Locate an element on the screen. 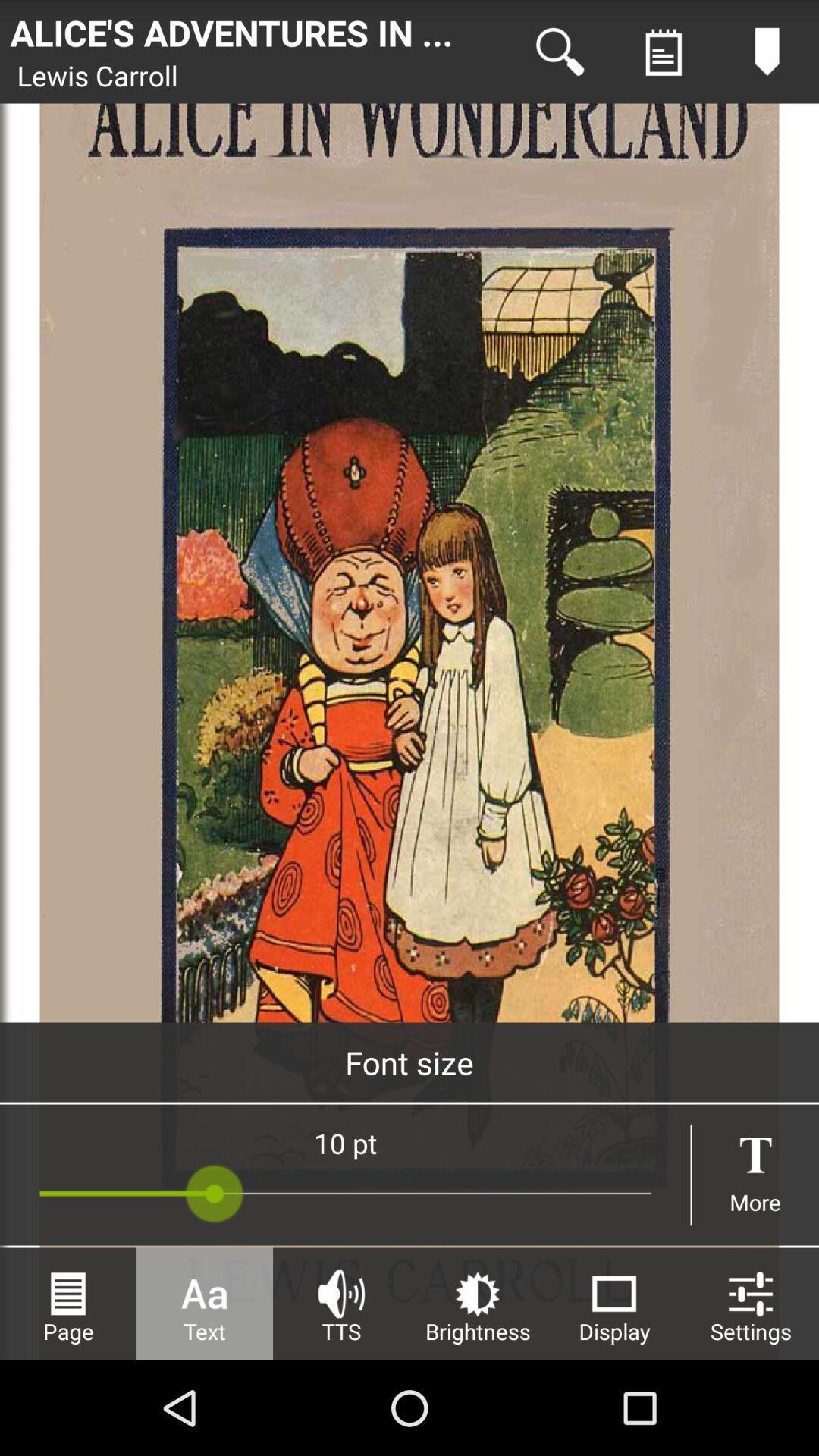 Image resolution: width=819 pixels, height=1456 pixels. the description icon is located at coordinates (663, 55).